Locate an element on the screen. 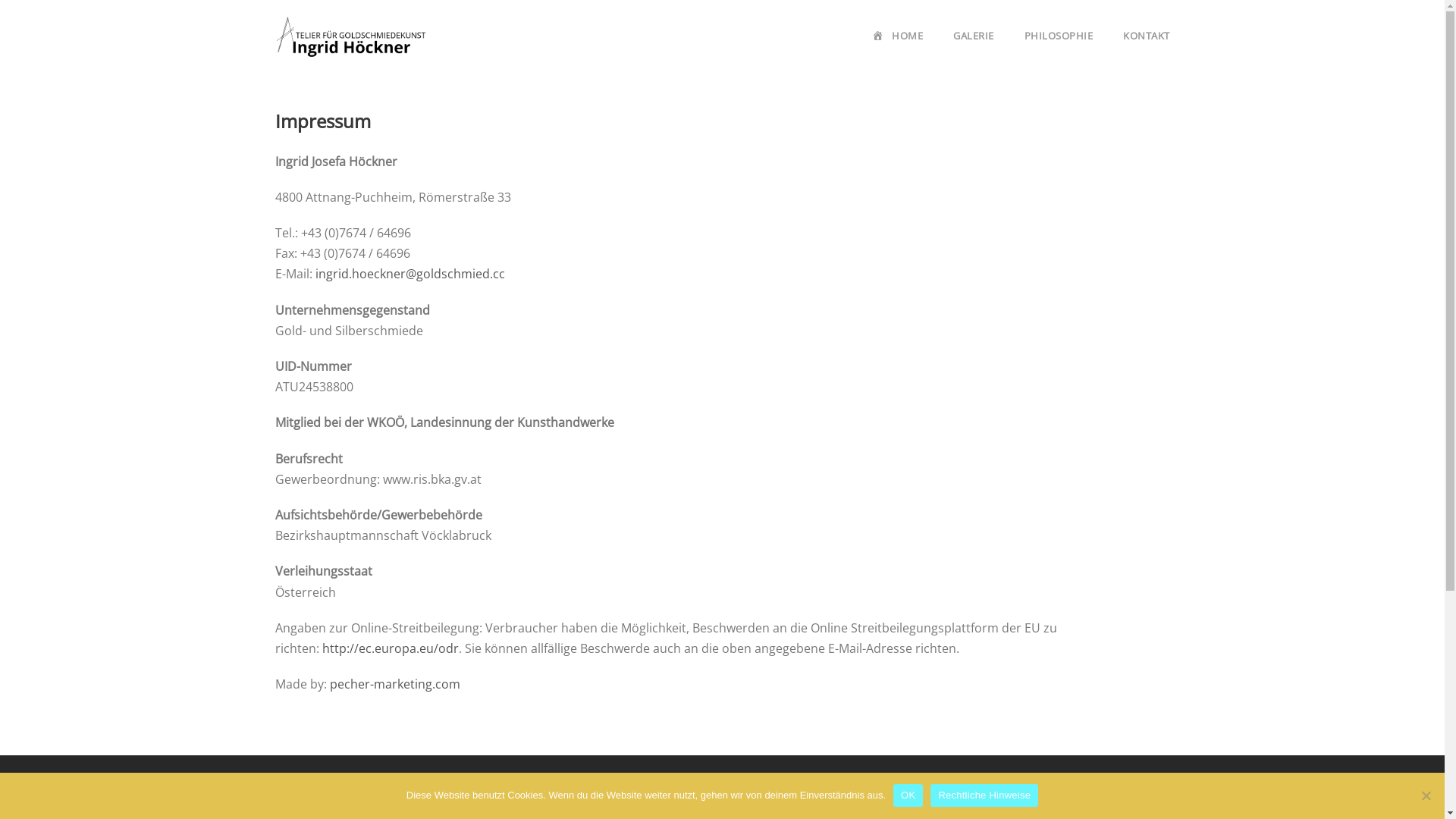  'pecher-marketing.com' is located at coordinates (394, 684).